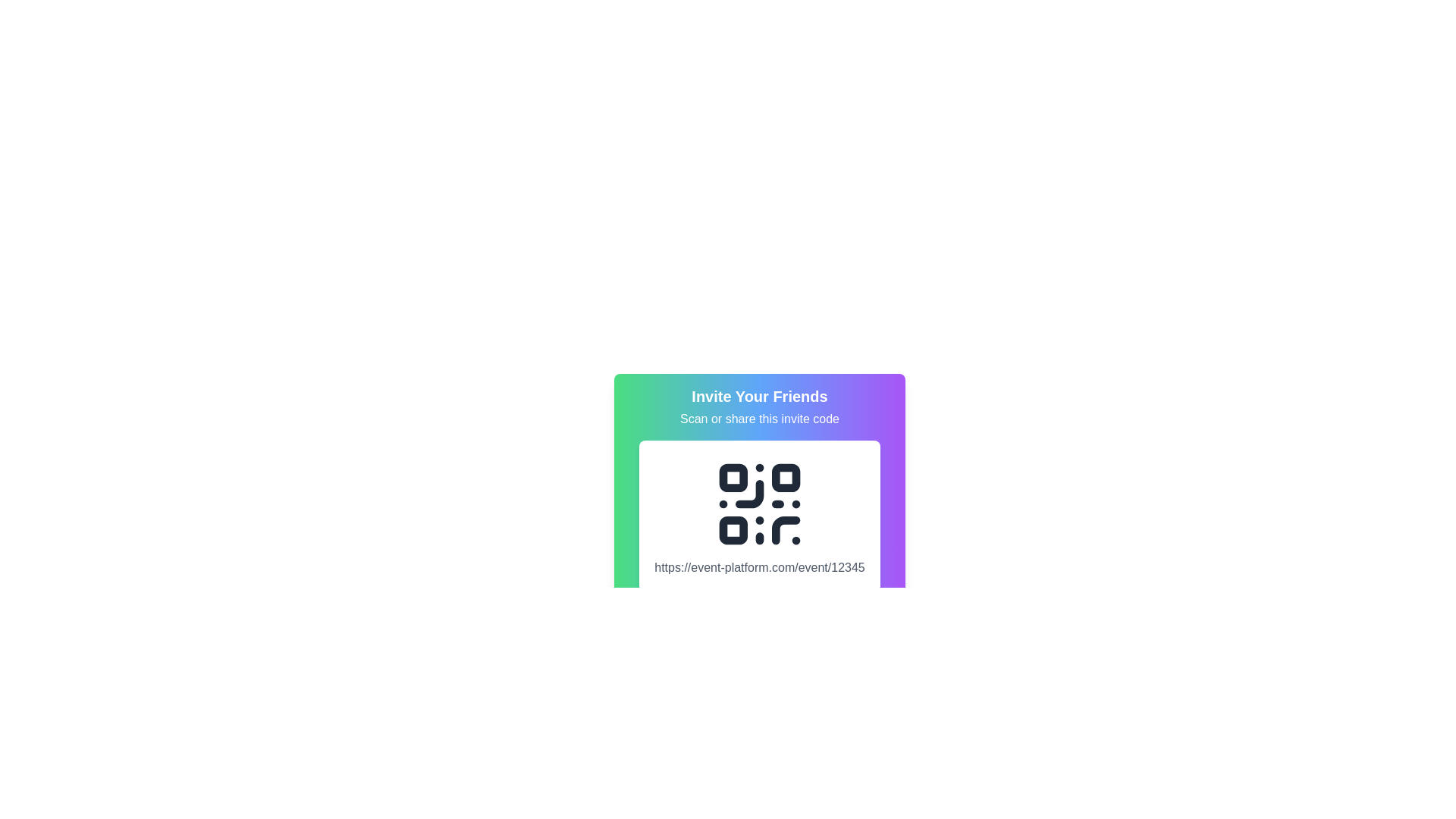  I want to click on text label located at the top of the content card, which invites users to share the platform via an invite code, so click(760, 406).